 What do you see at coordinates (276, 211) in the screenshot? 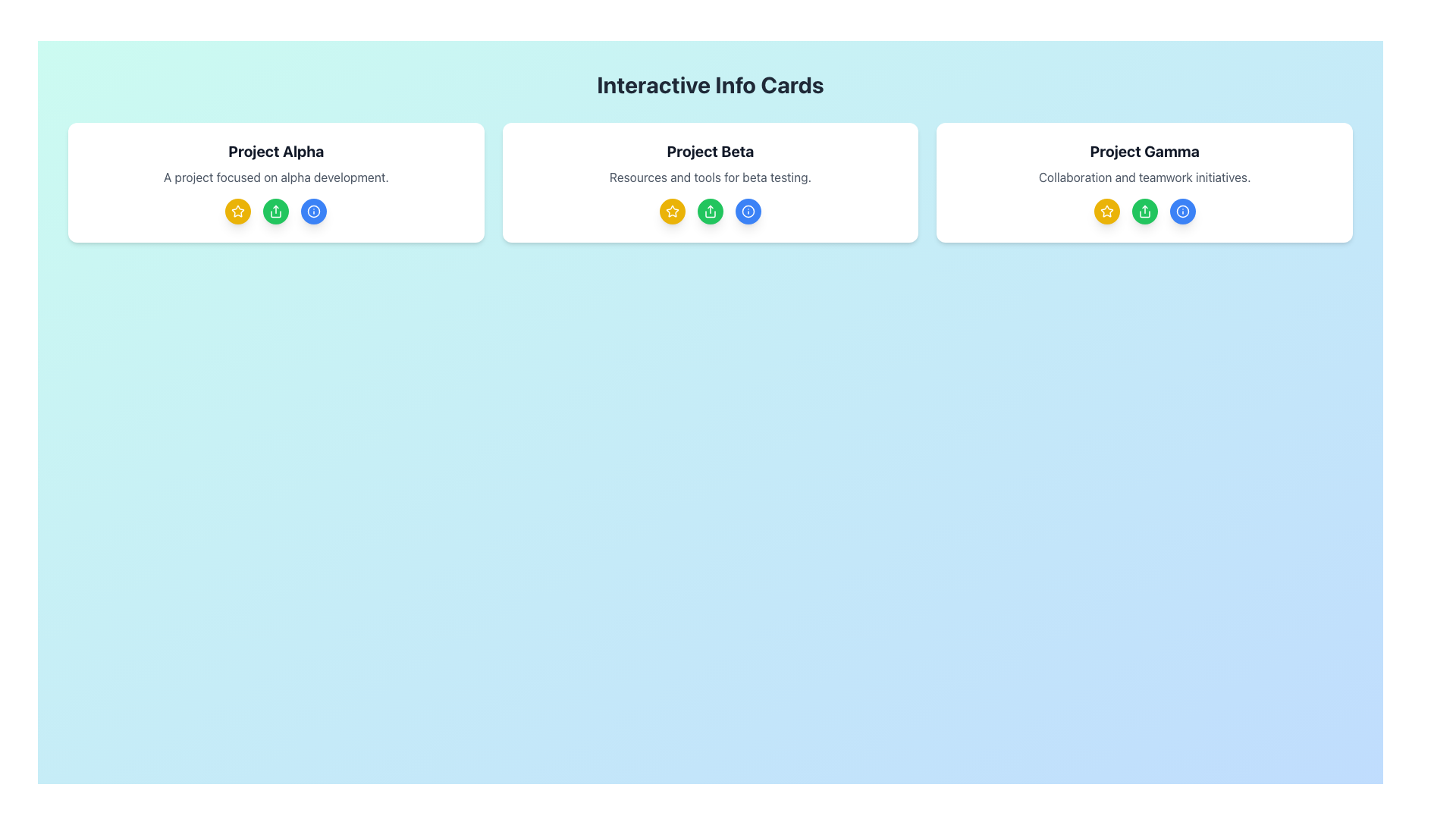
I see `the green circular button with an upward arrow icon, which is the second button in a horizontal sequence below the 'A project focused on alpha development.' text` at bounding box center [276, 211].